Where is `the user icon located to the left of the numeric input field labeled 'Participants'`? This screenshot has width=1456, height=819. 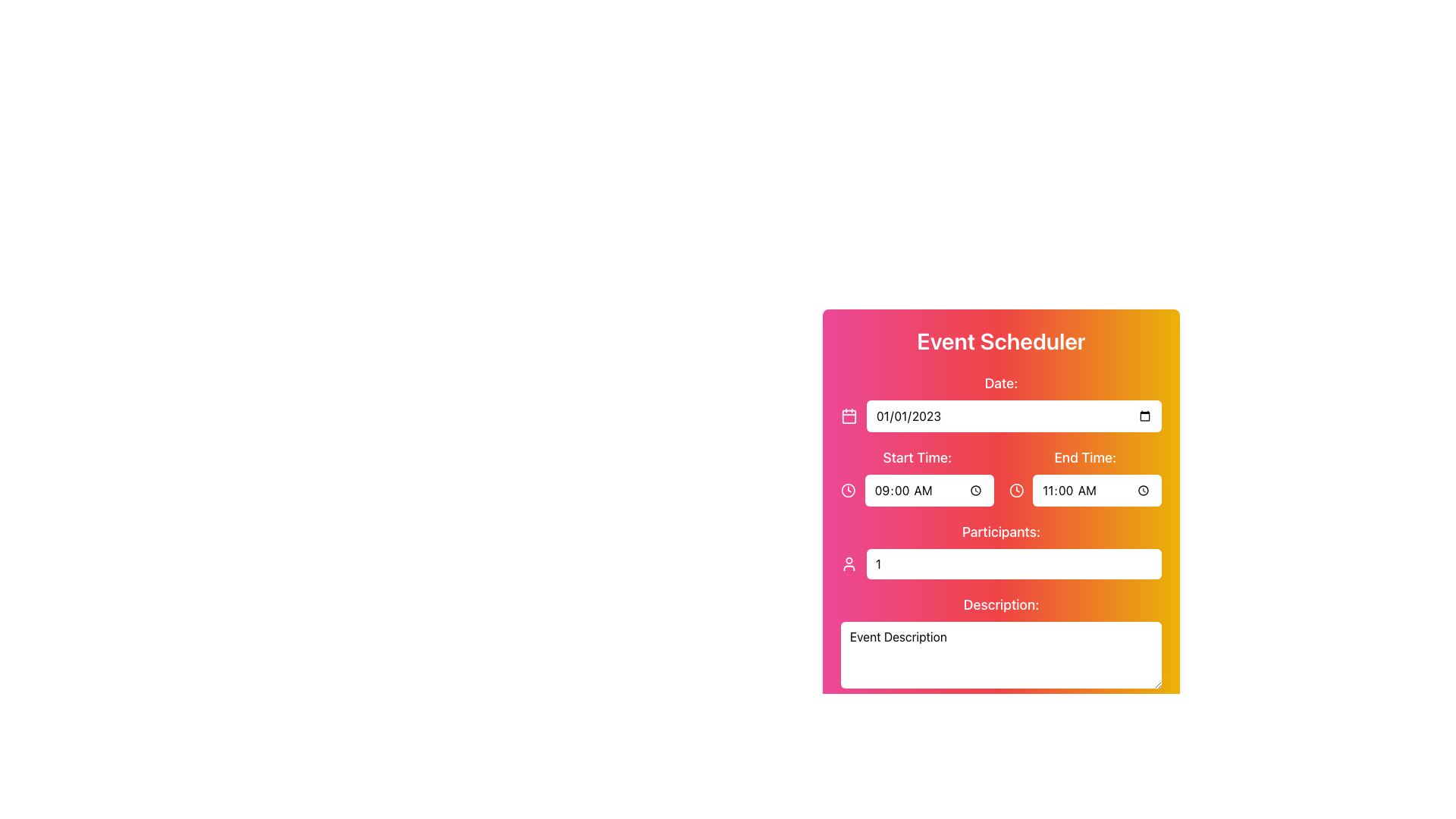 the user icon located to the left of the numeric input field labeled 'Participants' is located at coordinates (848, 564).